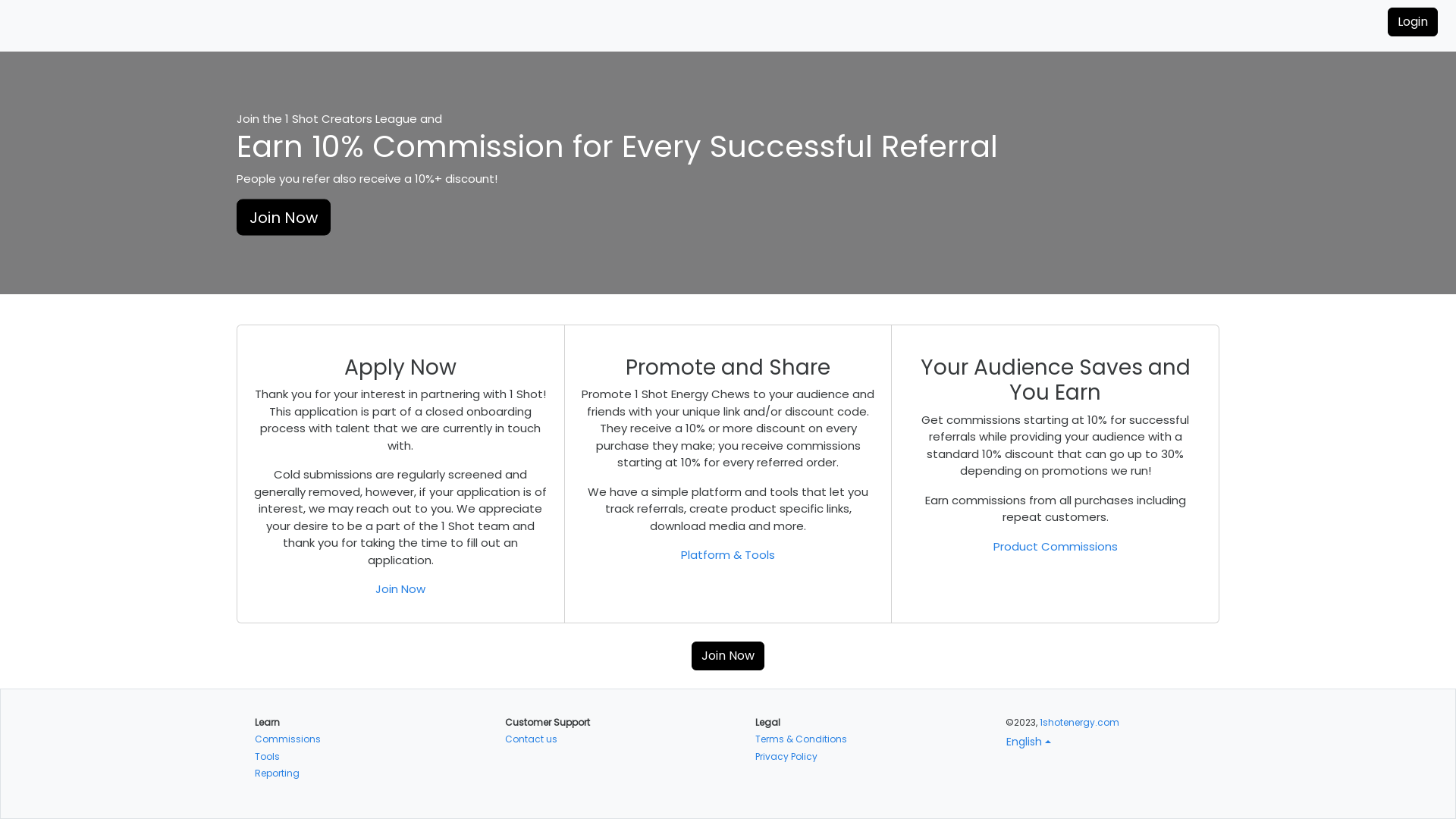 This screenshot has height=819, width=1456. Describe the element at coordinates (728, 554) in the screenshot. I see `'Platform & Tools'` at that location.